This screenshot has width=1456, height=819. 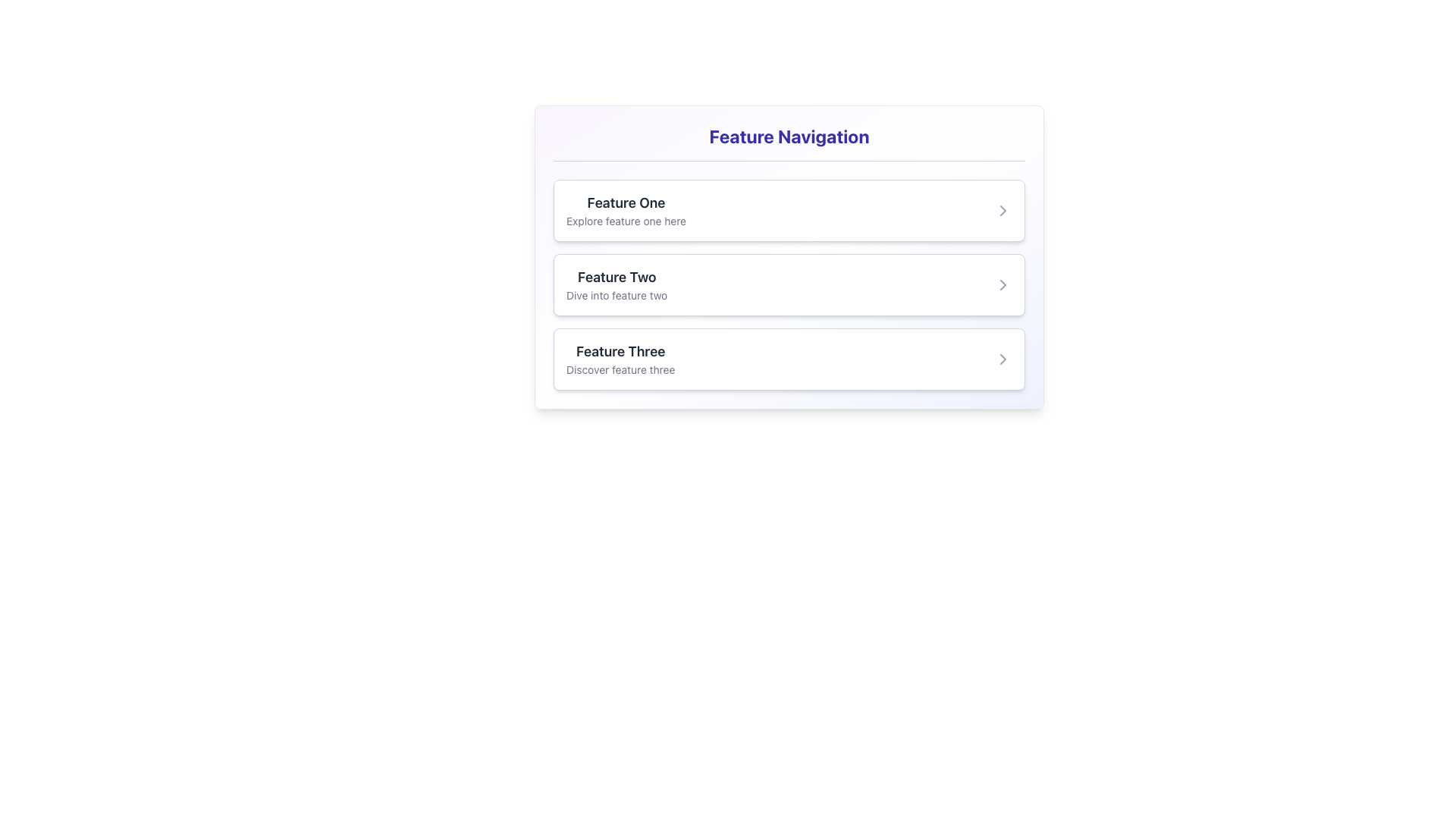 What do you see at coordinates (789, 359) in the screenshot?
I see `the 'Feature Three' button, which is a rectangular panel with a white background and rounded corners, located beneath 'Feature One' and 'Feature Two' in the 'Feature Navigation' section` at bounding box center [789, 359].